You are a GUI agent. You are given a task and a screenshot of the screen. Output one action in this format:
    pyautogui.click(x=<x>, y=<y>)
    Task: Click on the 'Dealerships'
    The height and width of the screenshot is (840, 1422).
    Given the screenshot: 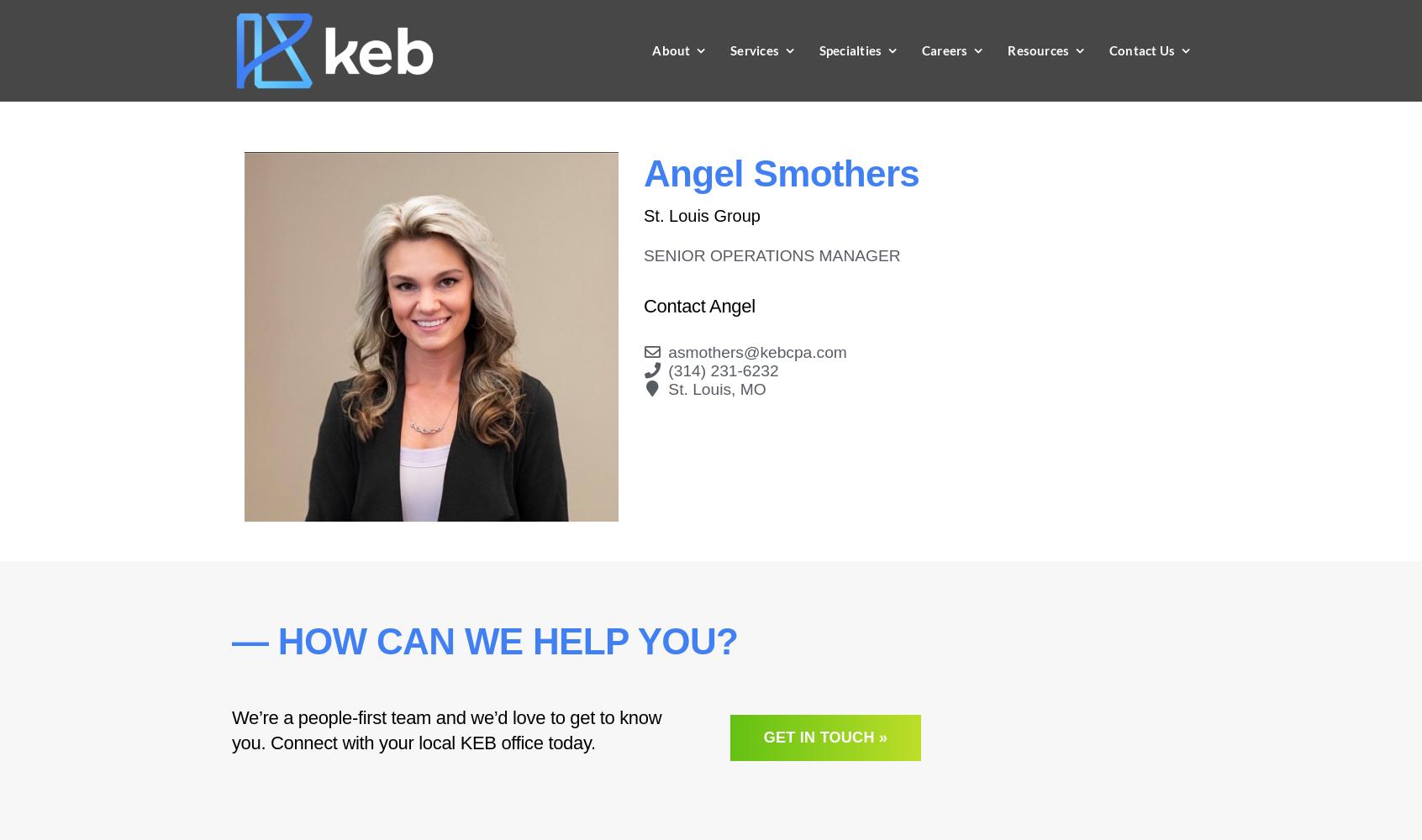 What is the action you would take?
    pyautogui.click(x=835, y=315)
    